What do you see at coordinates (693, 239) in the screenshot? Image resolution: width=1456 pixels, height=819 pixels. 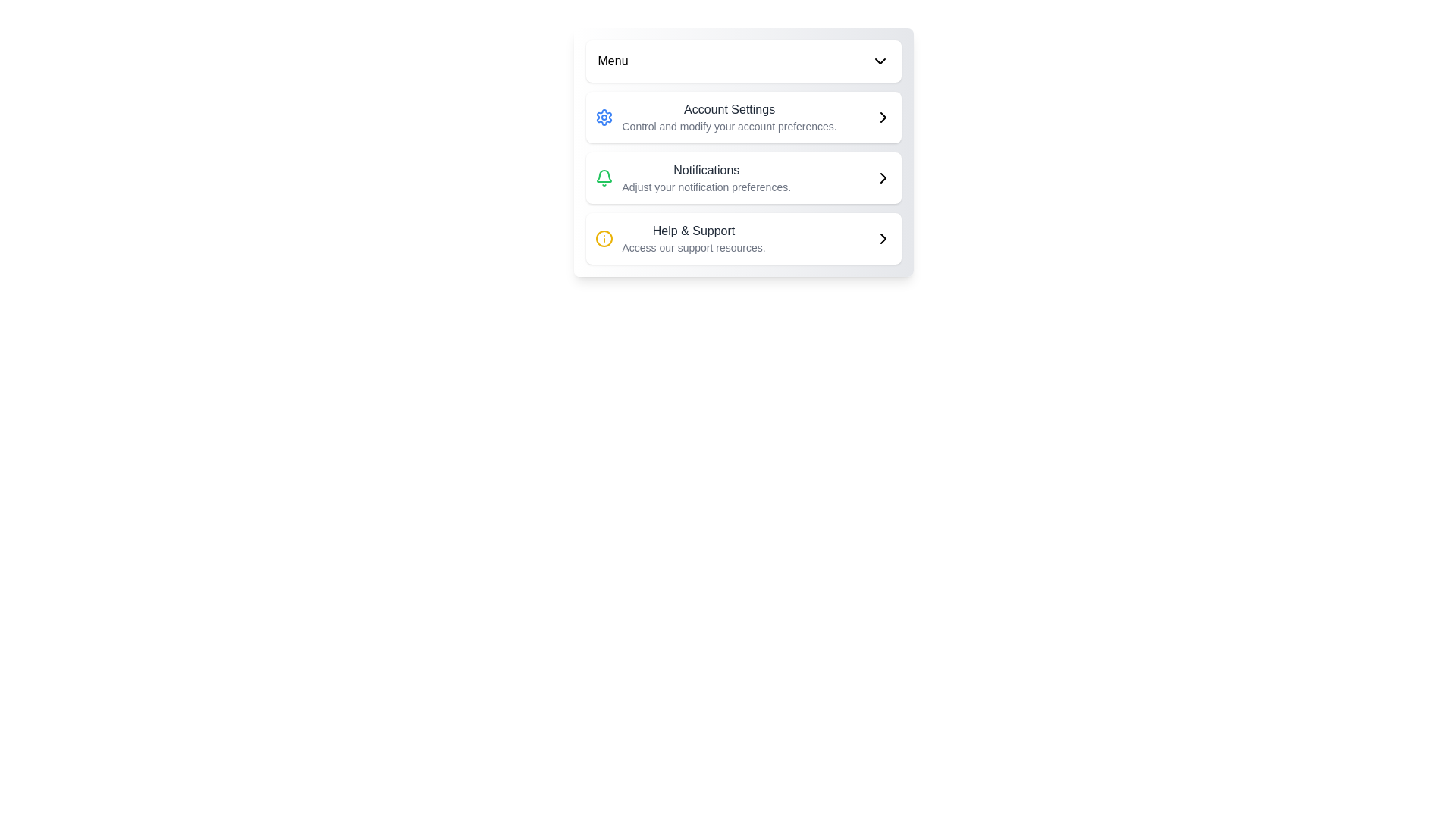 I see `the Text label that provides access to resources for help and support, located in the card-like menu structure beneath the 'Notifications' row` at bounding box center [693, 239].